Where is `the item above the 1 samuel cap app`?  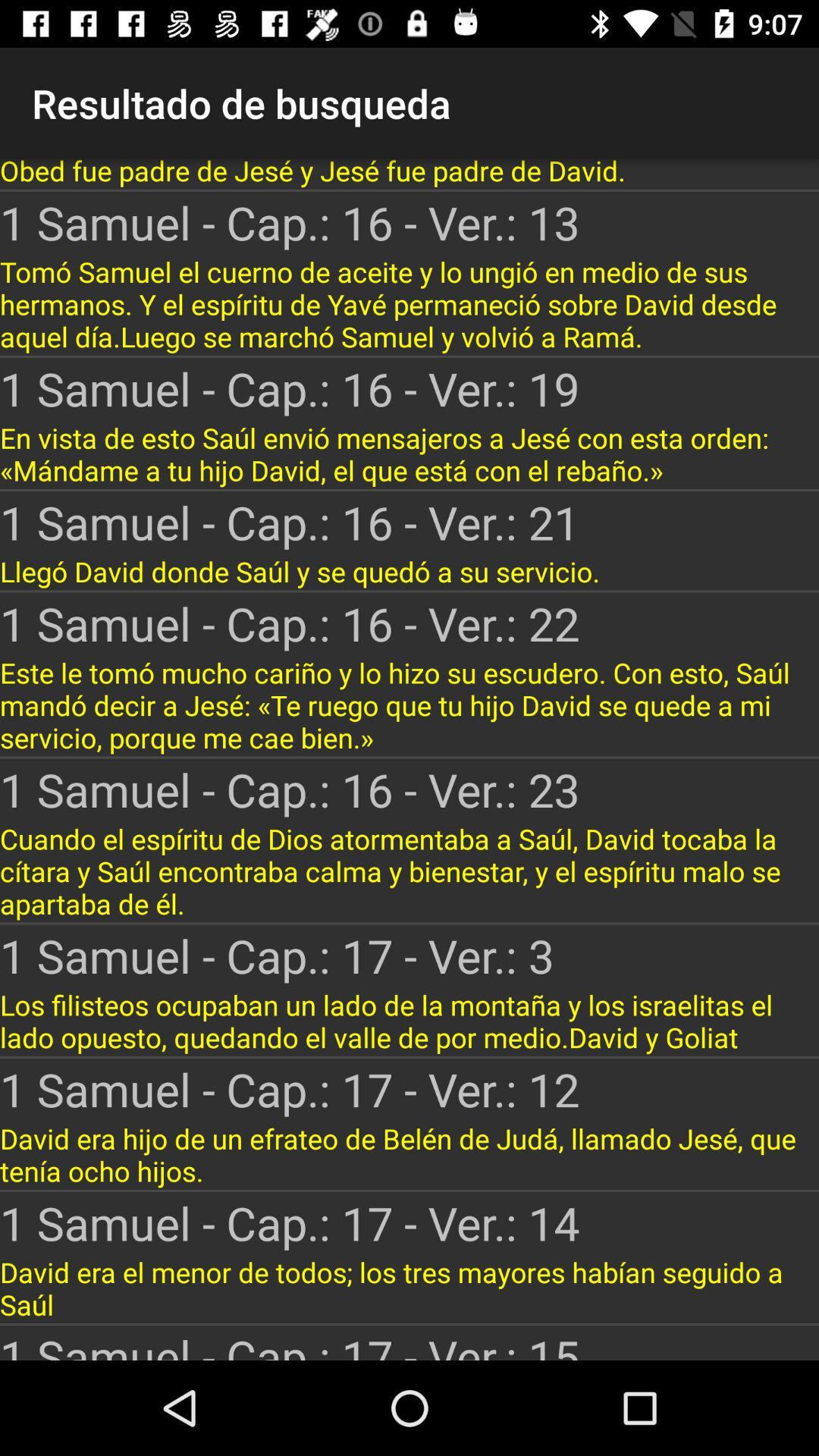 the item above the 1 samuel cap app is located at coordinates (409, 704).